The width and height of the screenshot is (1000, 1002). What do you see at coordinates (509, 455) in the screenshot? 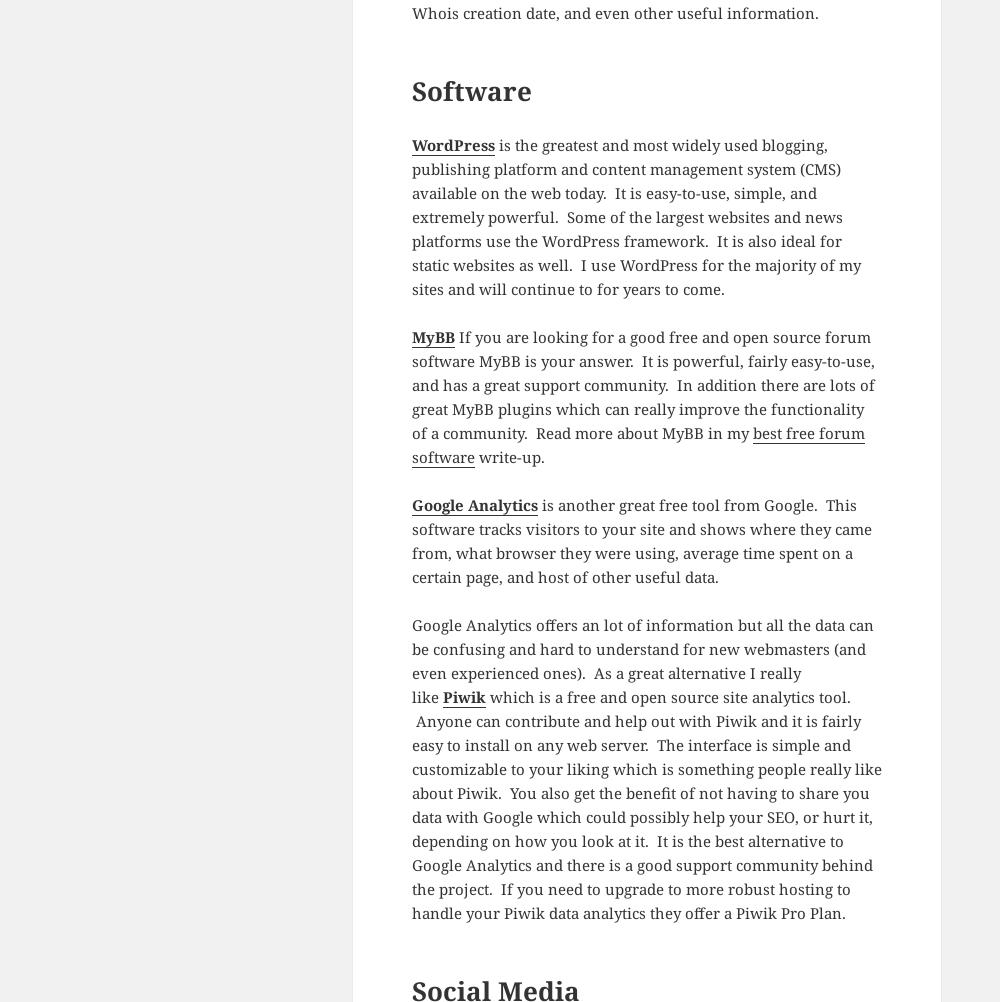
I see `'write-up.'` at bounding box center [509, 455].